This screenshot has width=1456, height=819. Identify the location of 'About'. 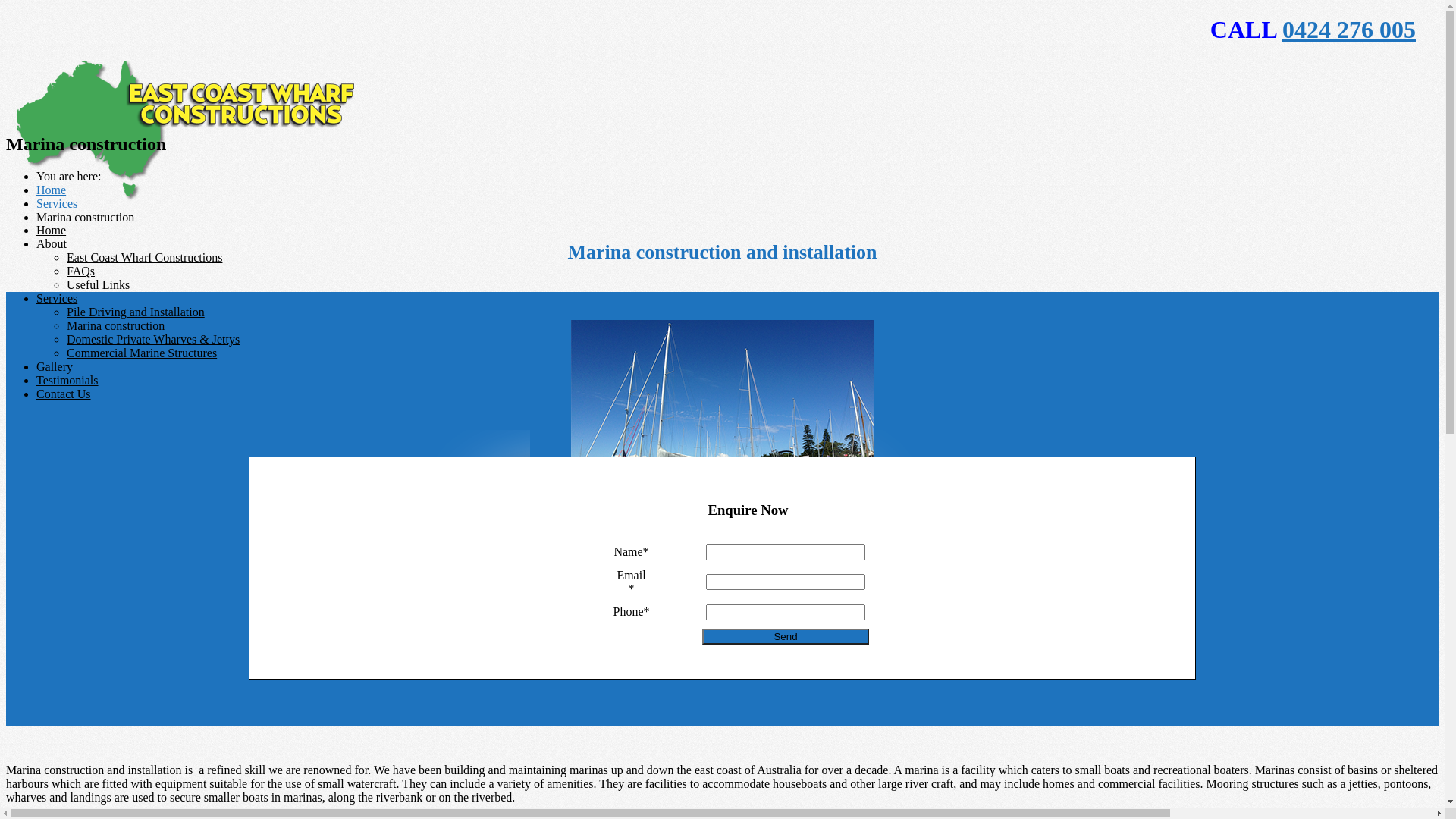
(51, 243).